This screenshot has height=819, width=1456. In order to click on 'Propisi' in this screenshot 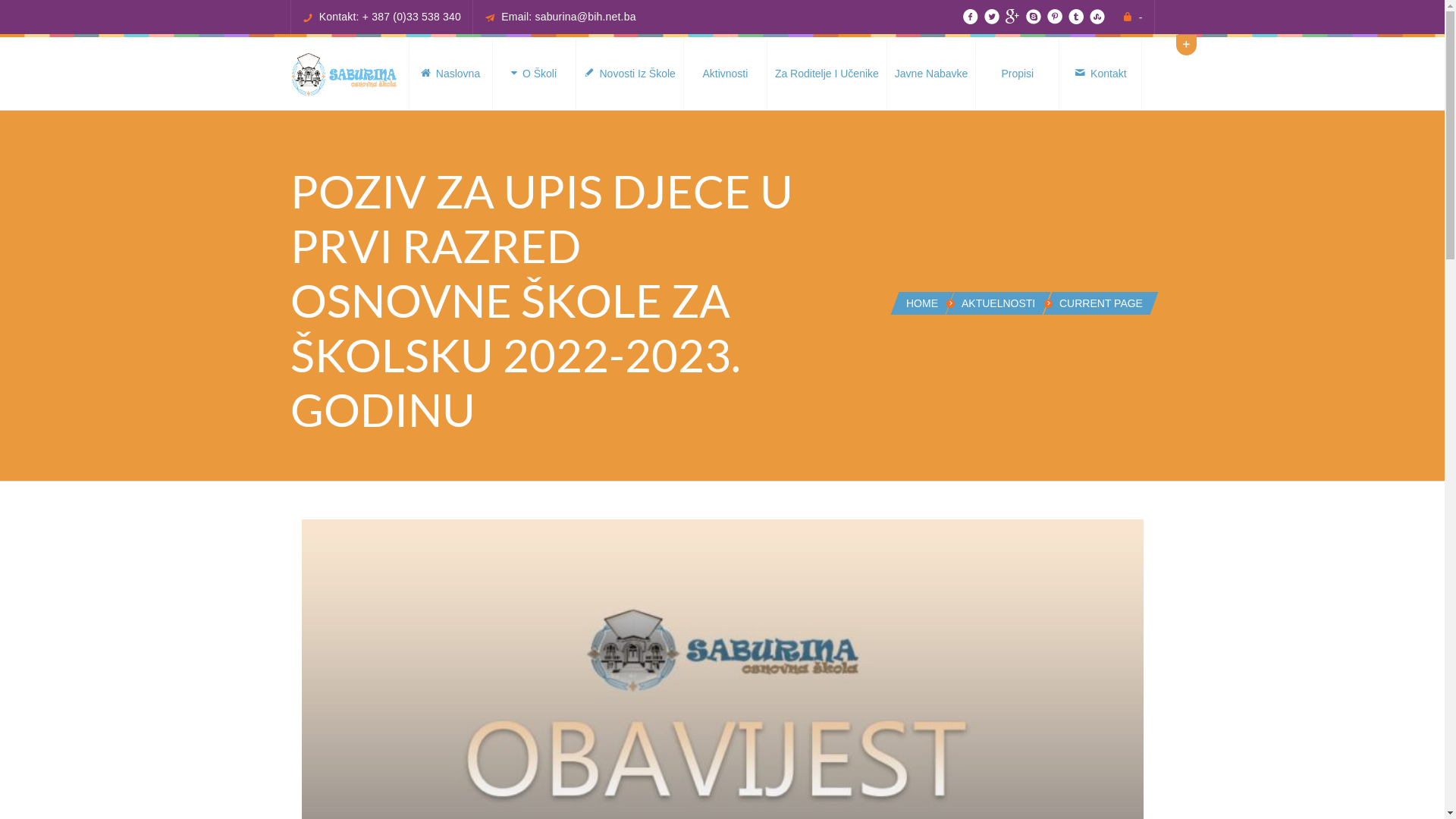, I will do `click(1016, 74)`.